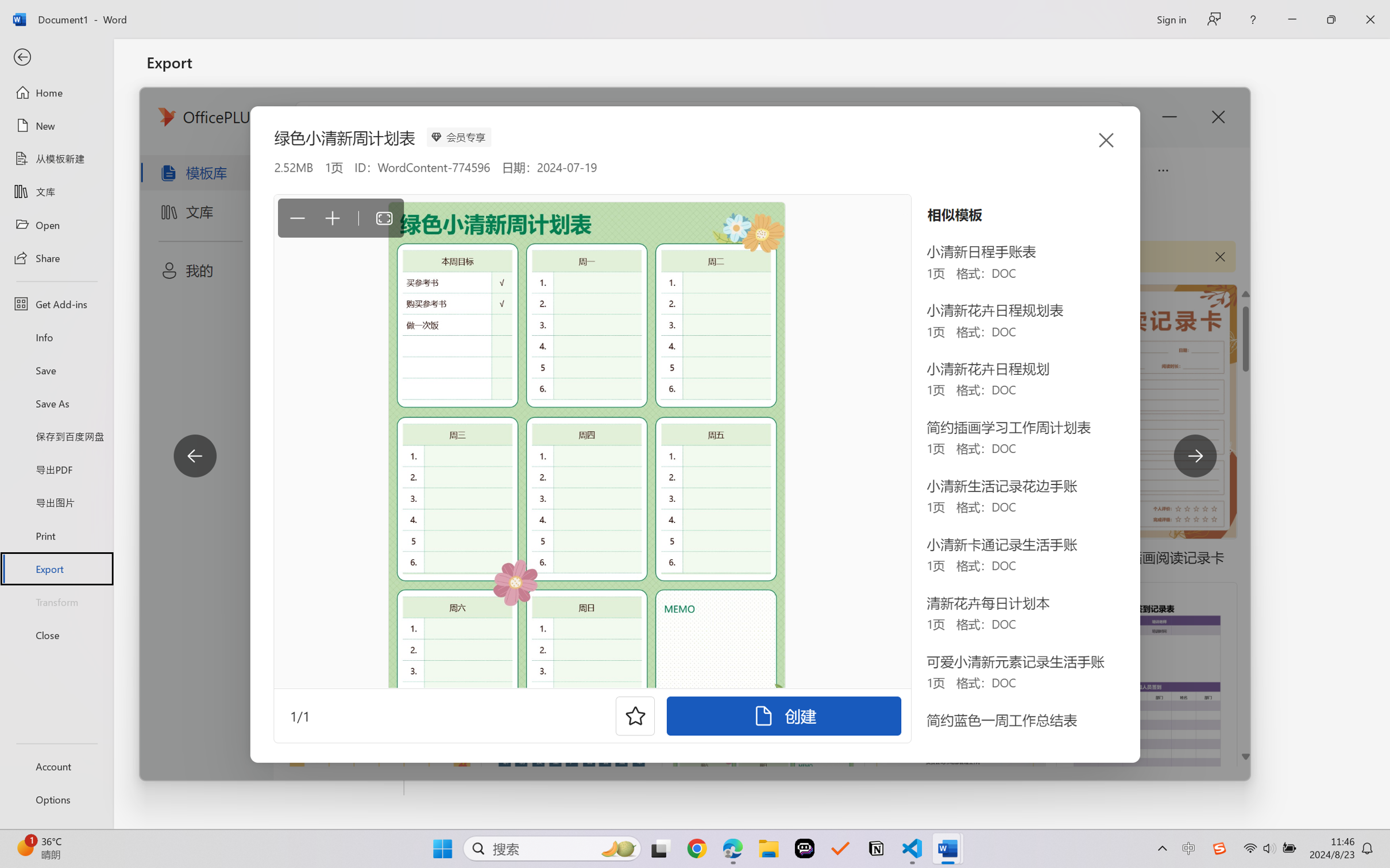 Image resolution: width=1390 pixels, height=868 pixels. What do you see at coordinates (56, 303) in the screenshot?
I see `'Get Add-ins'` at bounding box center [56, 303].